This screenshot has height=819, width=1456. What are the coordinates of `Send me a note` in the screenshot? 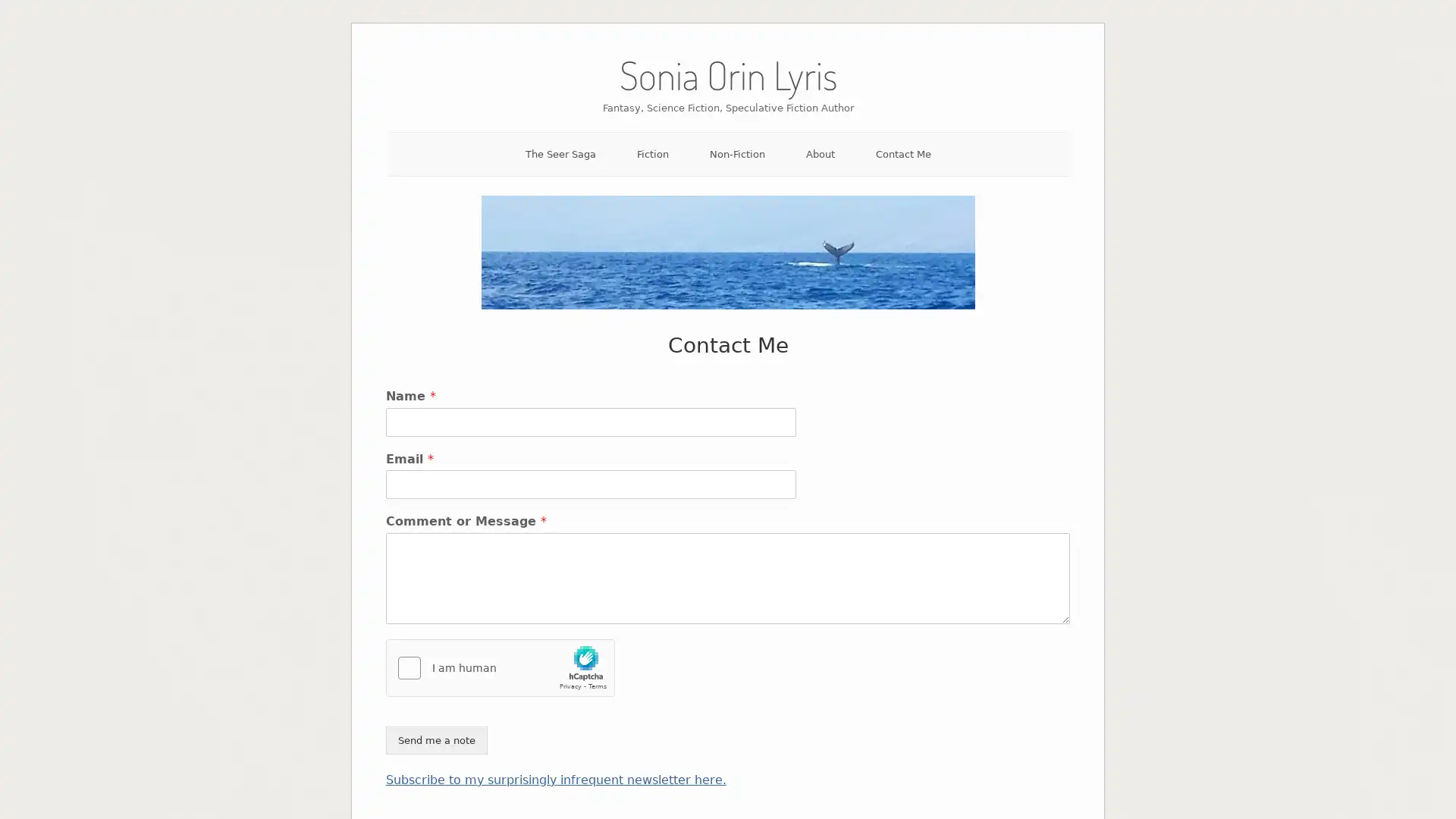 It's located at (435, 739).